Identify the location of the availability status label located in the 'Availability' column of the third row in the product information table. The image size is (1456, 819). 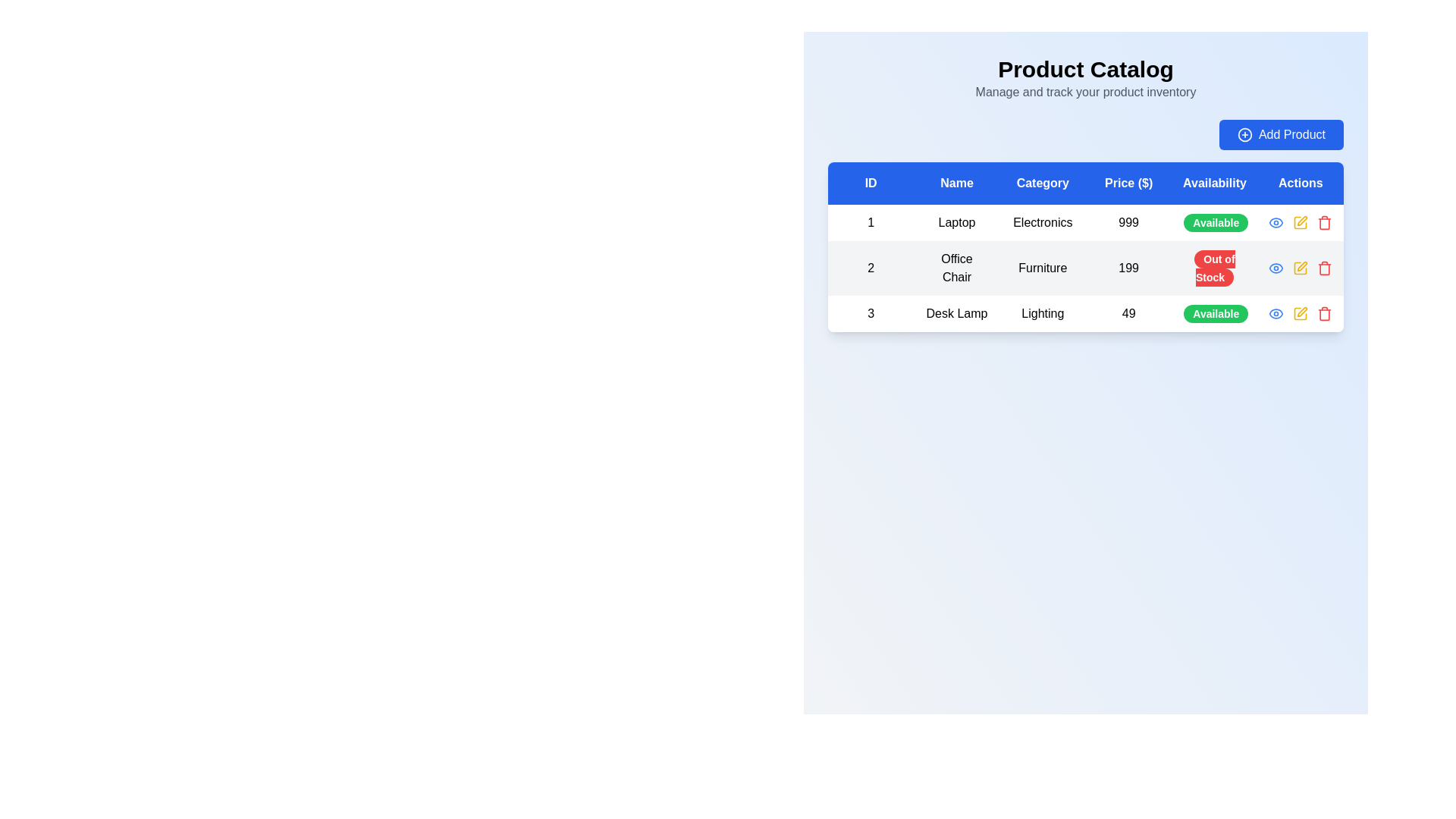
(1216, 312).